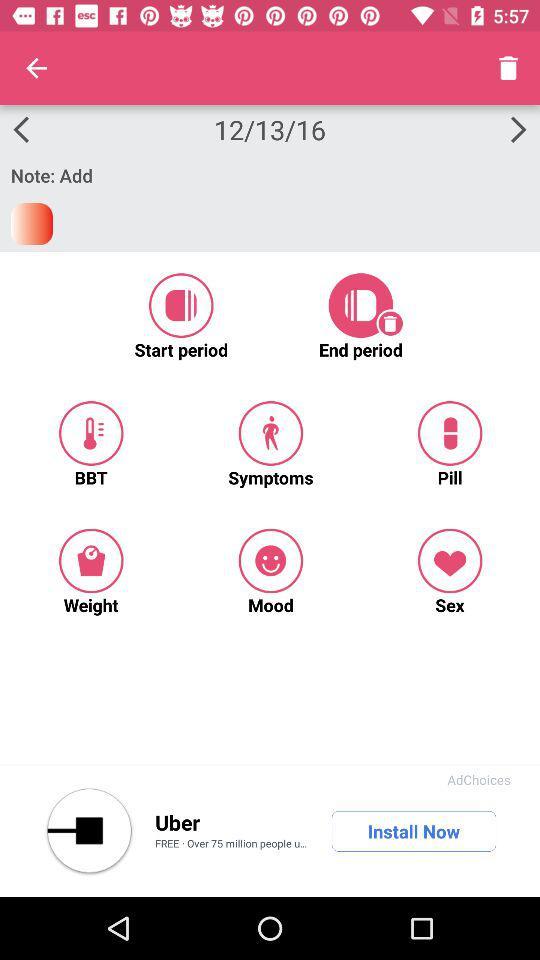  Describe the element at coordinates (232, 844) in the screenshot. I see `free over 75 item` at that location.